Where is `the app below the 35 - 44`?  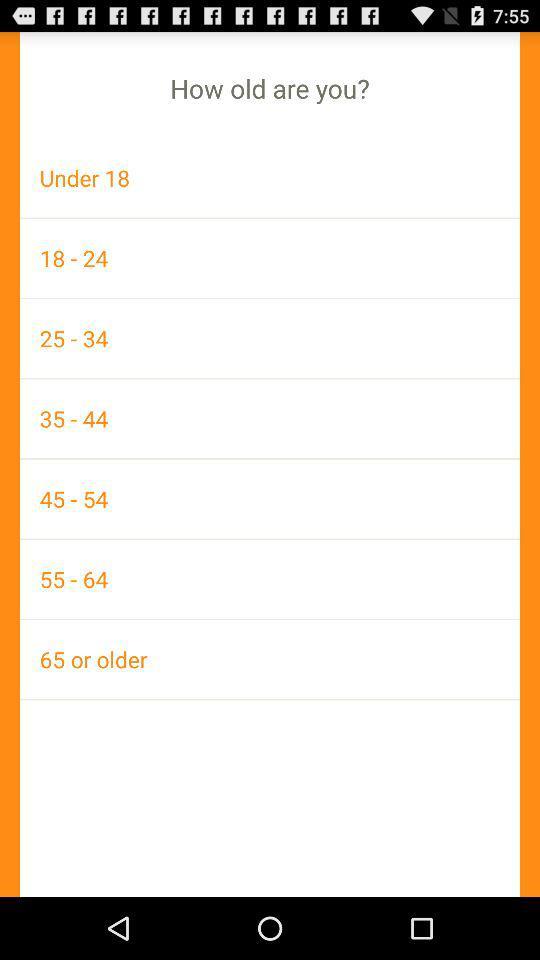 the app below the 35 - 44 is located at coordinates (270, 498).